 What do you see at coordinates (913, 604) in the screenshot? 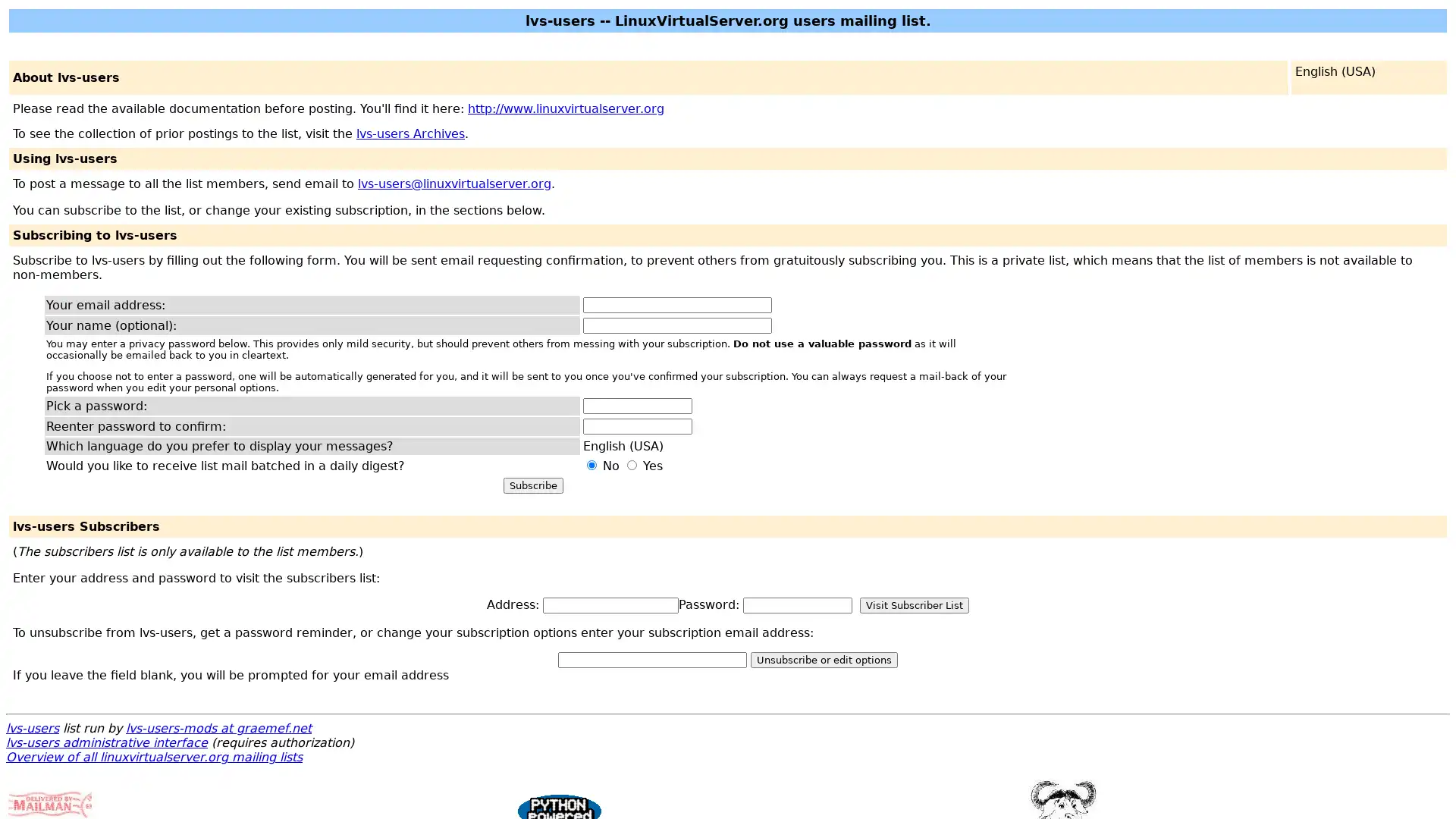
I see `Visit Subscriber List` at bounding box center [913, 604].